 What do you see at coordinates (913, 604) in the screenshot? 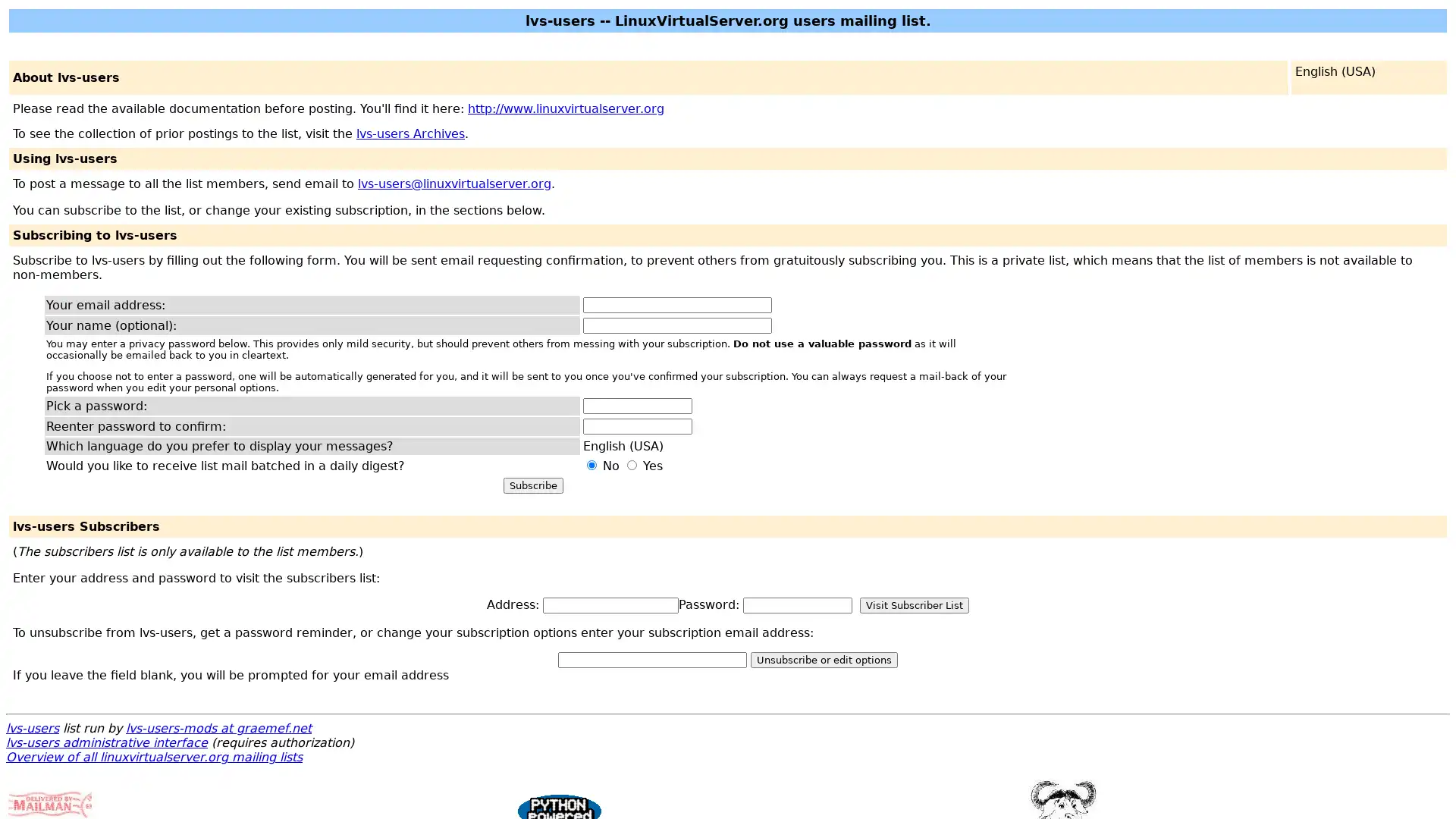
I see `Visit Subscriber List` at bounding box center [913, 604].